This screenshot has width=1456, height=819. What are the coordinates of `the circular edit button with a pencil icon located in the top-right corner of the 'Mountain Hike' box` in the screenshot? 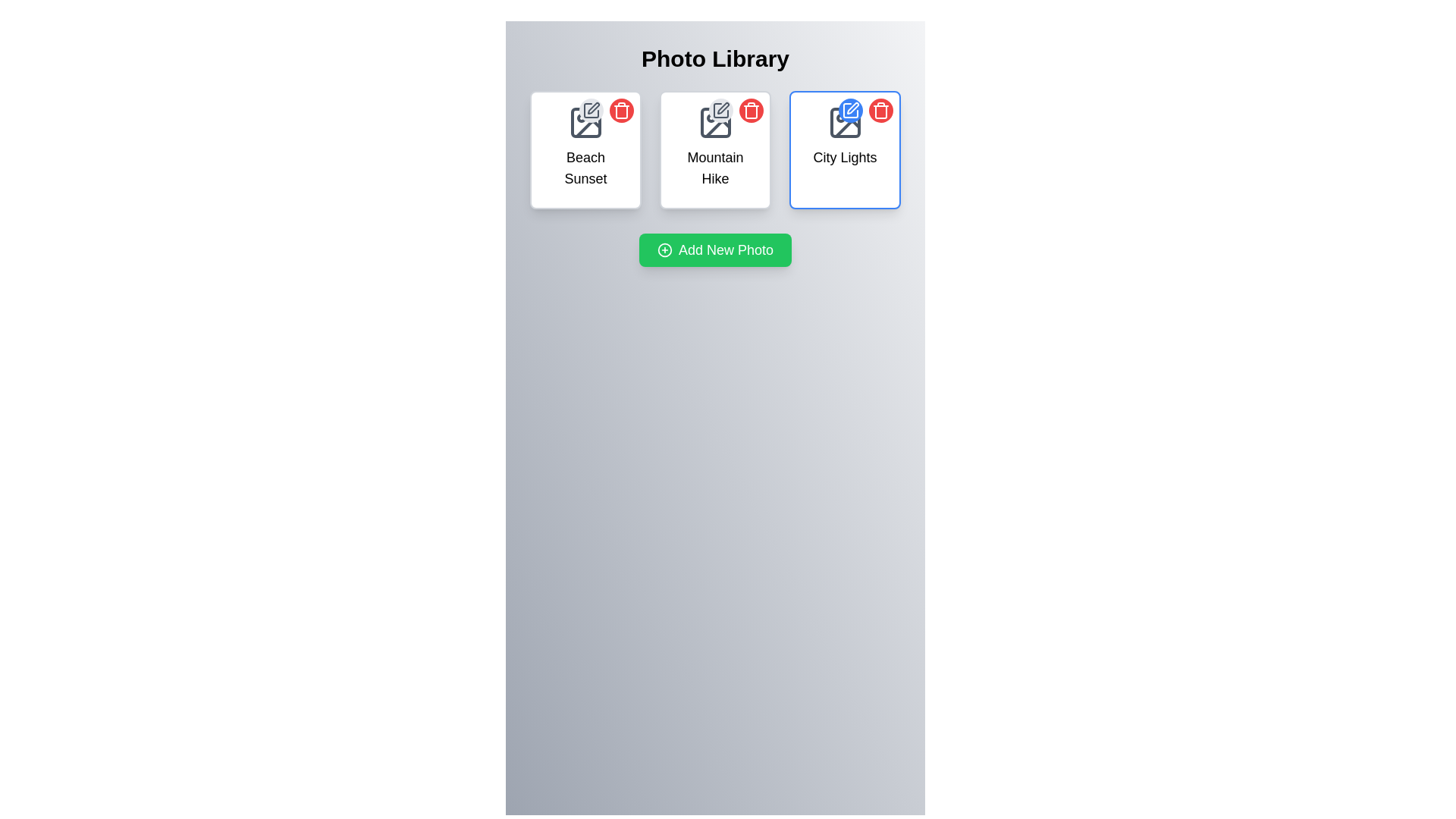 It's located at (720, 110).